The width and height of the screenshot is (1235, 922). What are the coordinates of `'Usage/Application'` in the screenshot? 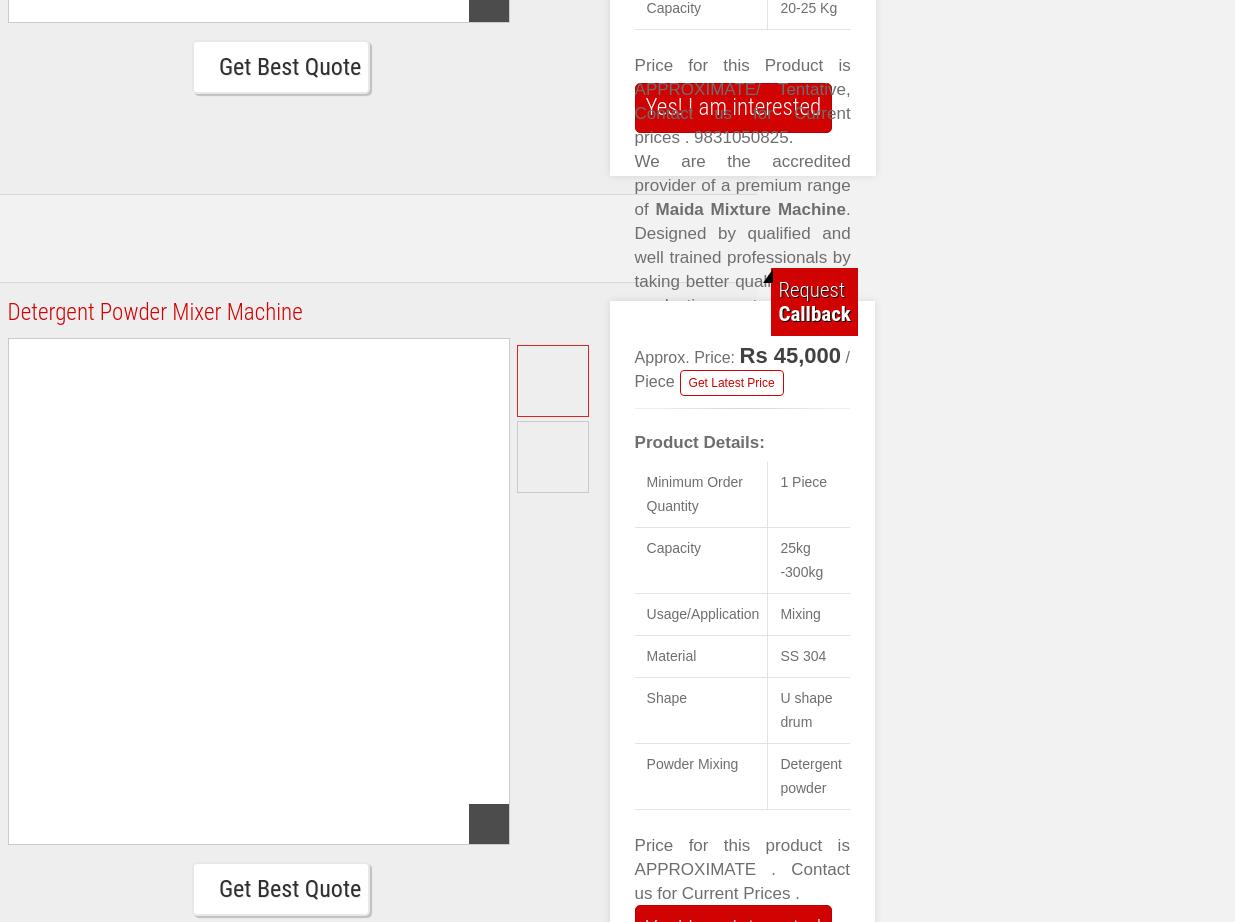 It's located at (646, 613).